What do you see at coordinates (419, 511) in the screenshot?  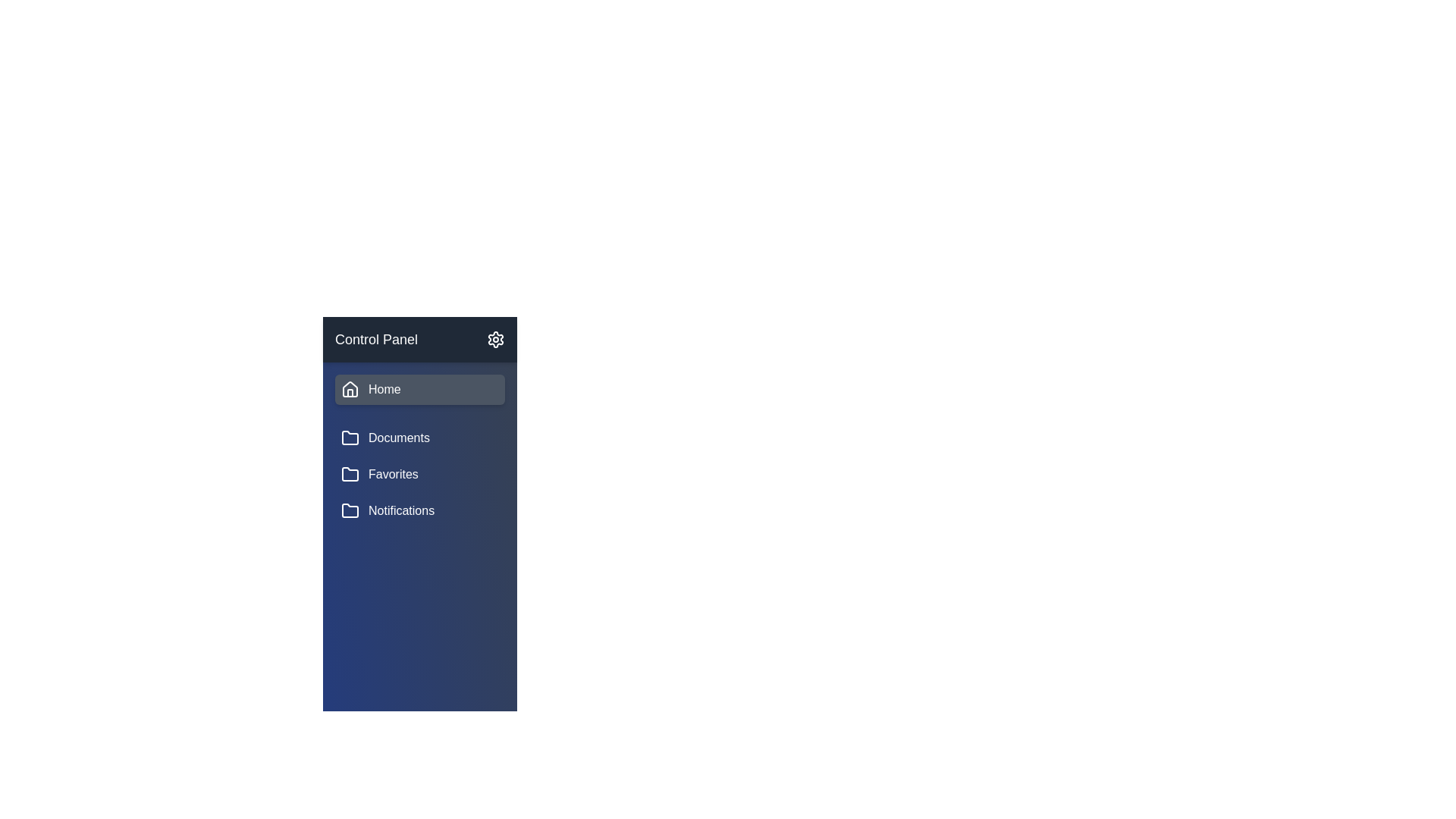 I see `the sidebar item corresponding to Notifications to navigate to that section` at bounding box center [419, 511].